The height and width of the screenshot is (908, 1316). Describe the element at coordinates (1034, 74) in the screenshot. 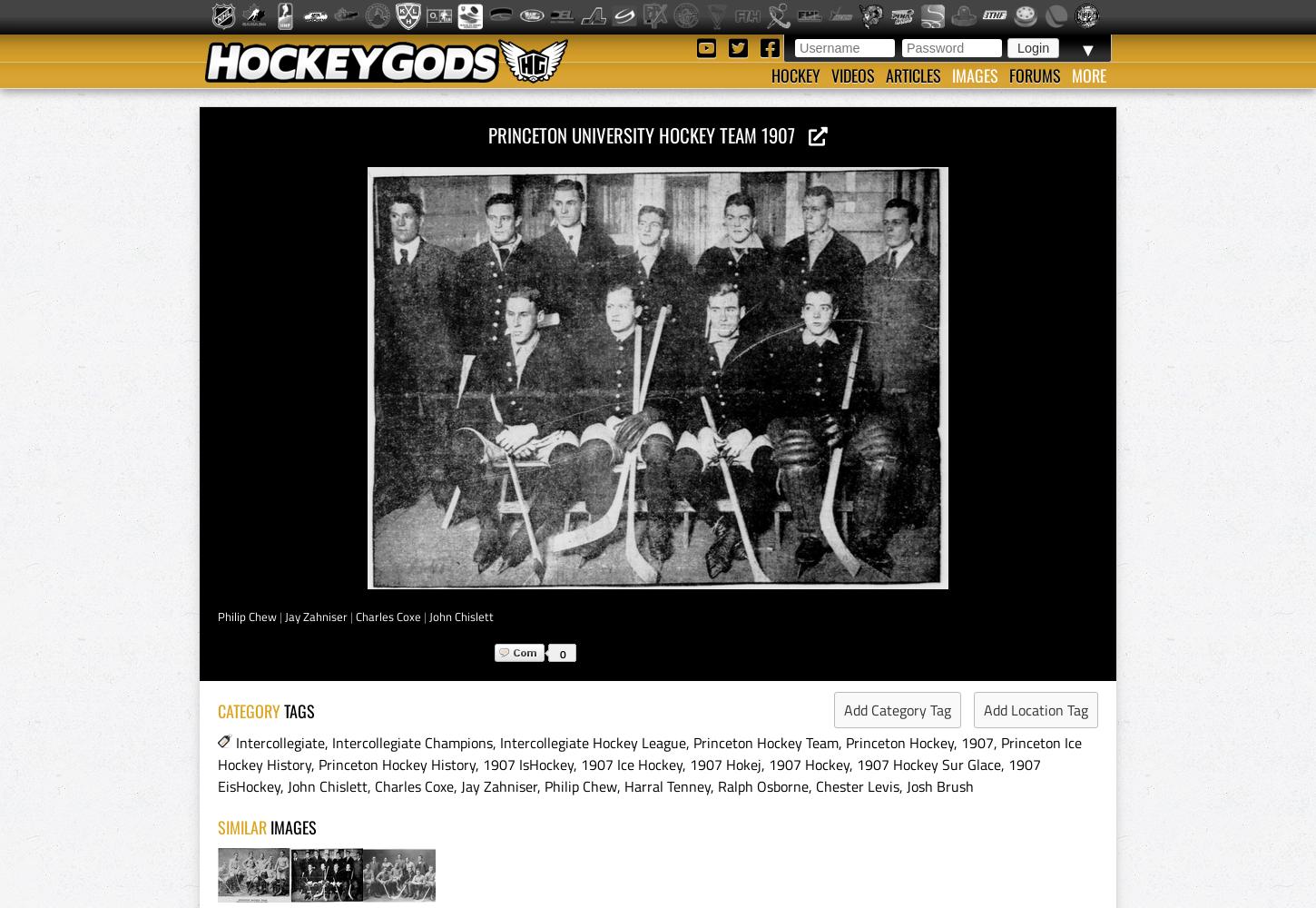

I see `'Forums'` at that location.